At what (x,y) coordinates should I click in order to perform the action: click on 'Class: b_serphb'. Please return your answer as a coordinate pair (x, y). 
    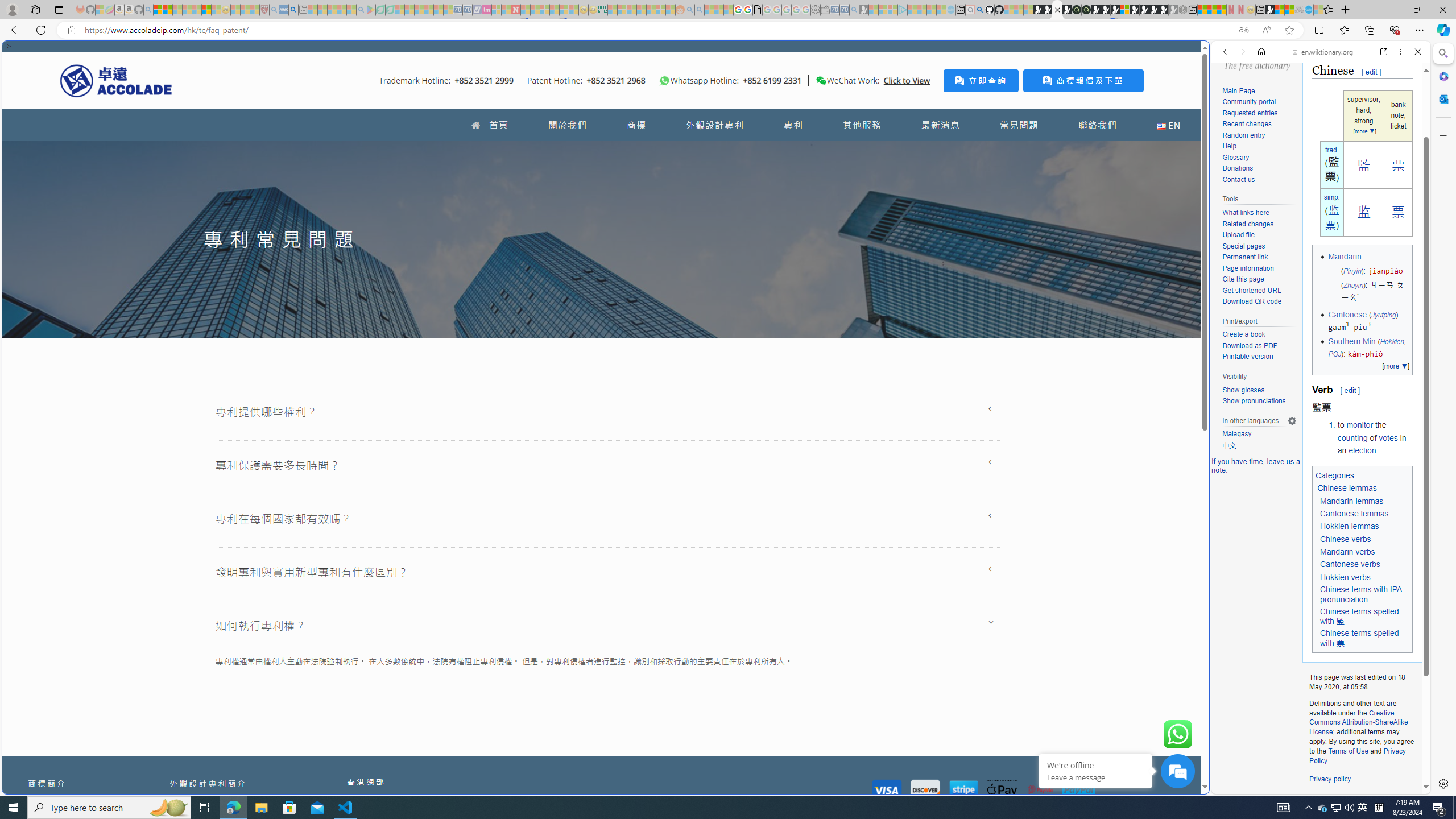
    Looking at the image, I should click on (1405, 130).